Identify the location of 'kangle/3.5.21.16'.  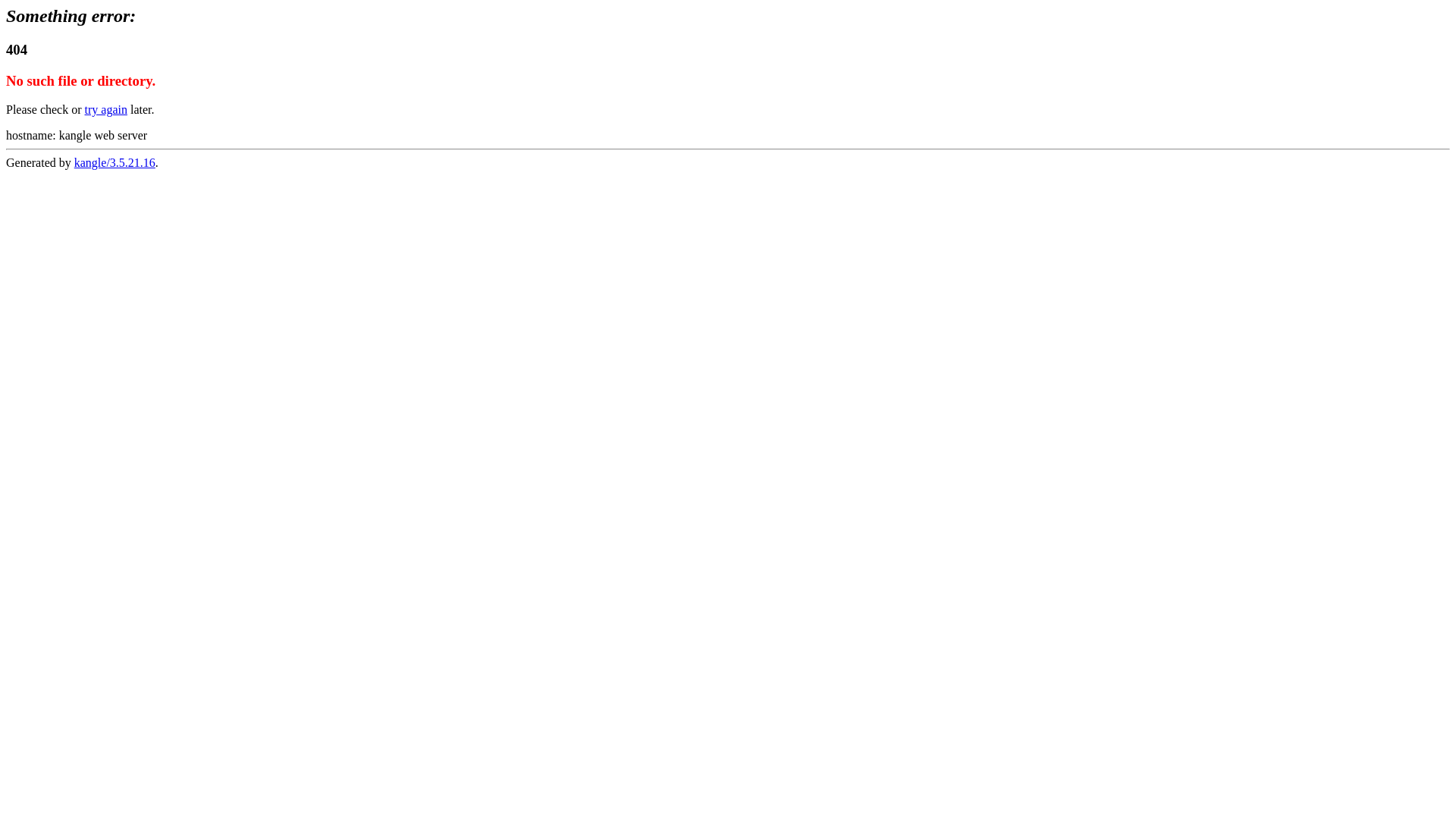
(114, 162).